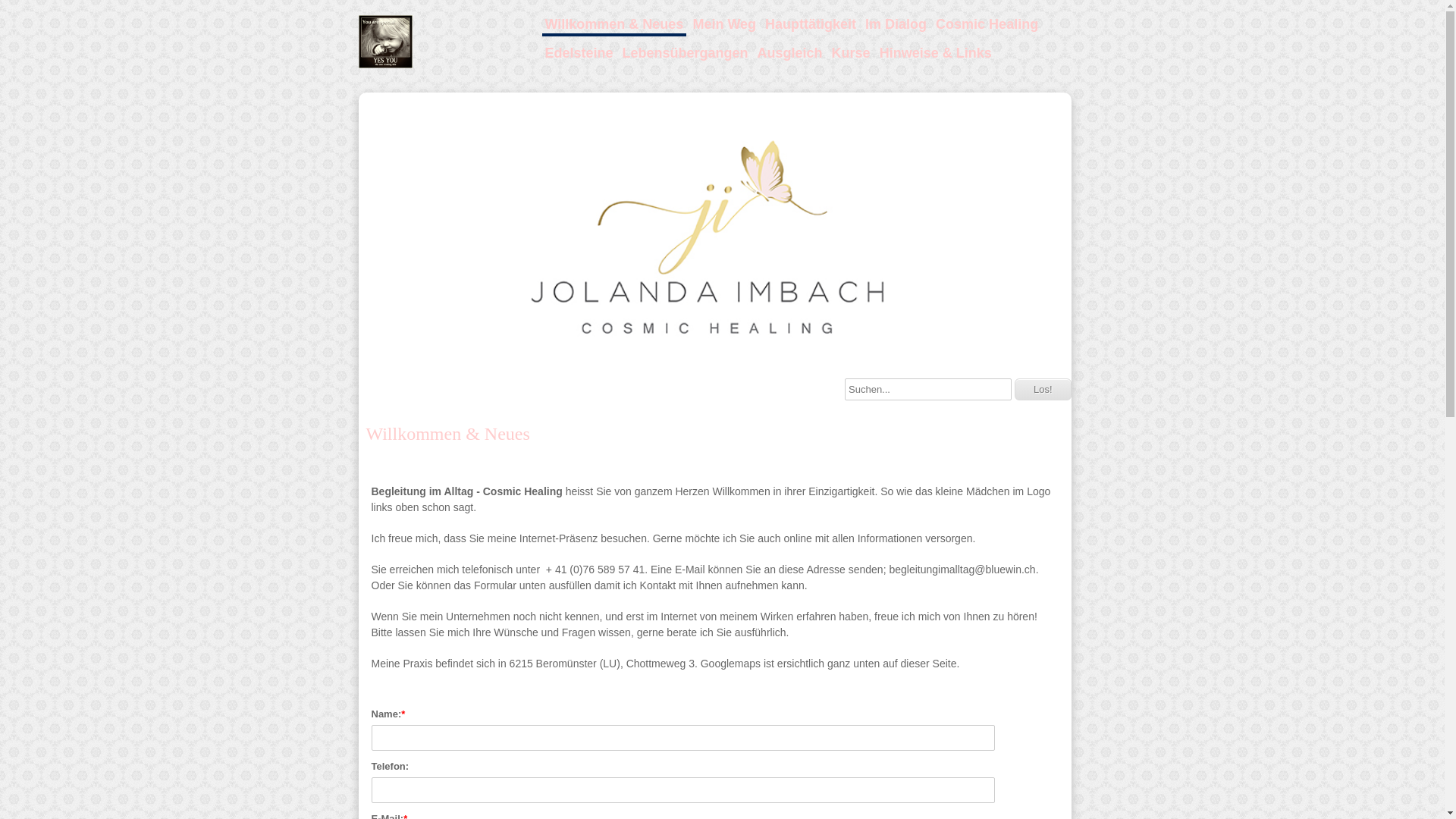 This screenshot has width=1456, height=819. I want to click on 'Ausgleich', so click(789, 52).